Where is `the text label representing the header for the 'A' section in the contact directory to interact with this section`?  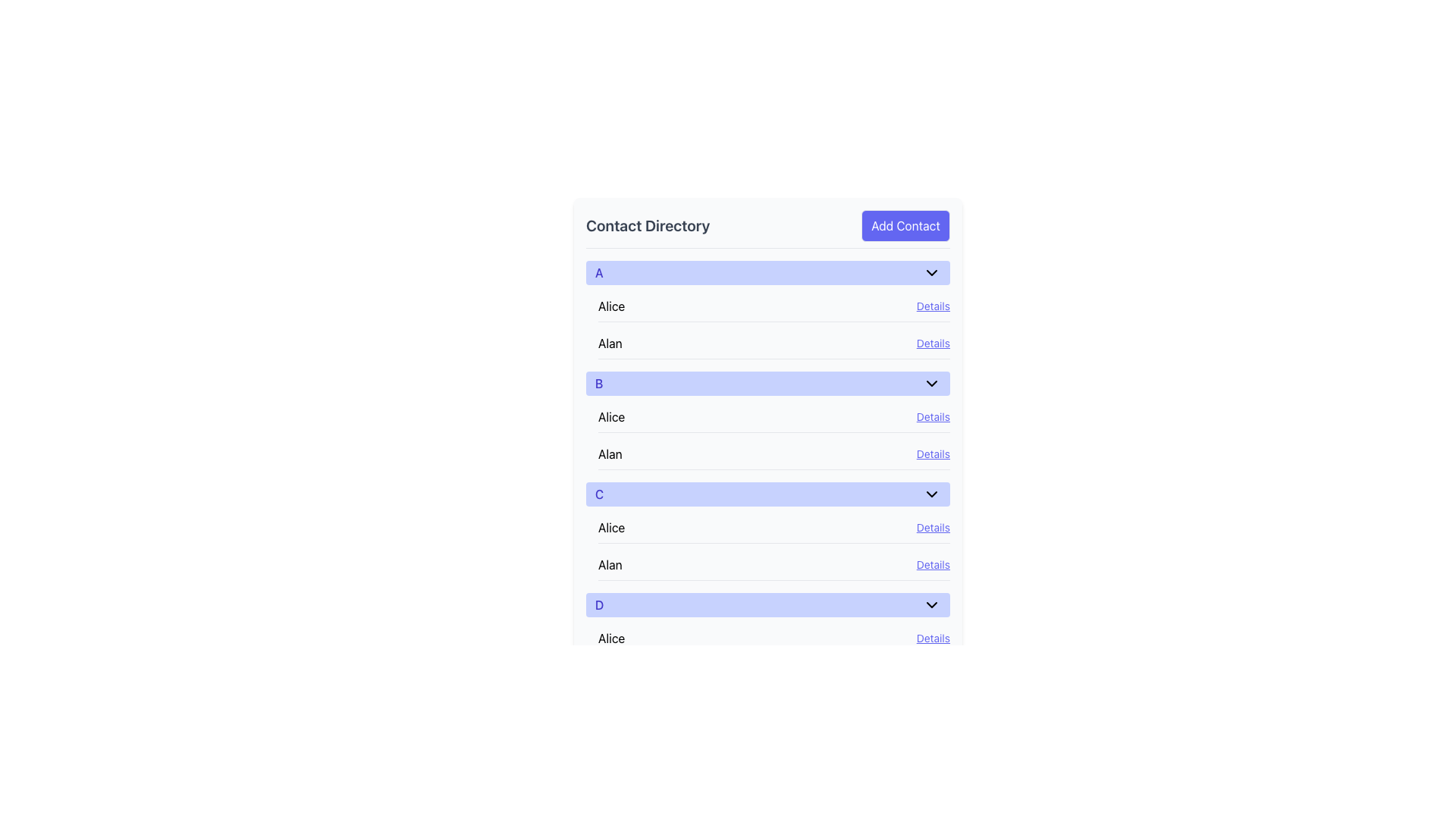 the text label representing the header for the 'A' section in the contact directory to interact with this section is located at coordinates (598, 271).